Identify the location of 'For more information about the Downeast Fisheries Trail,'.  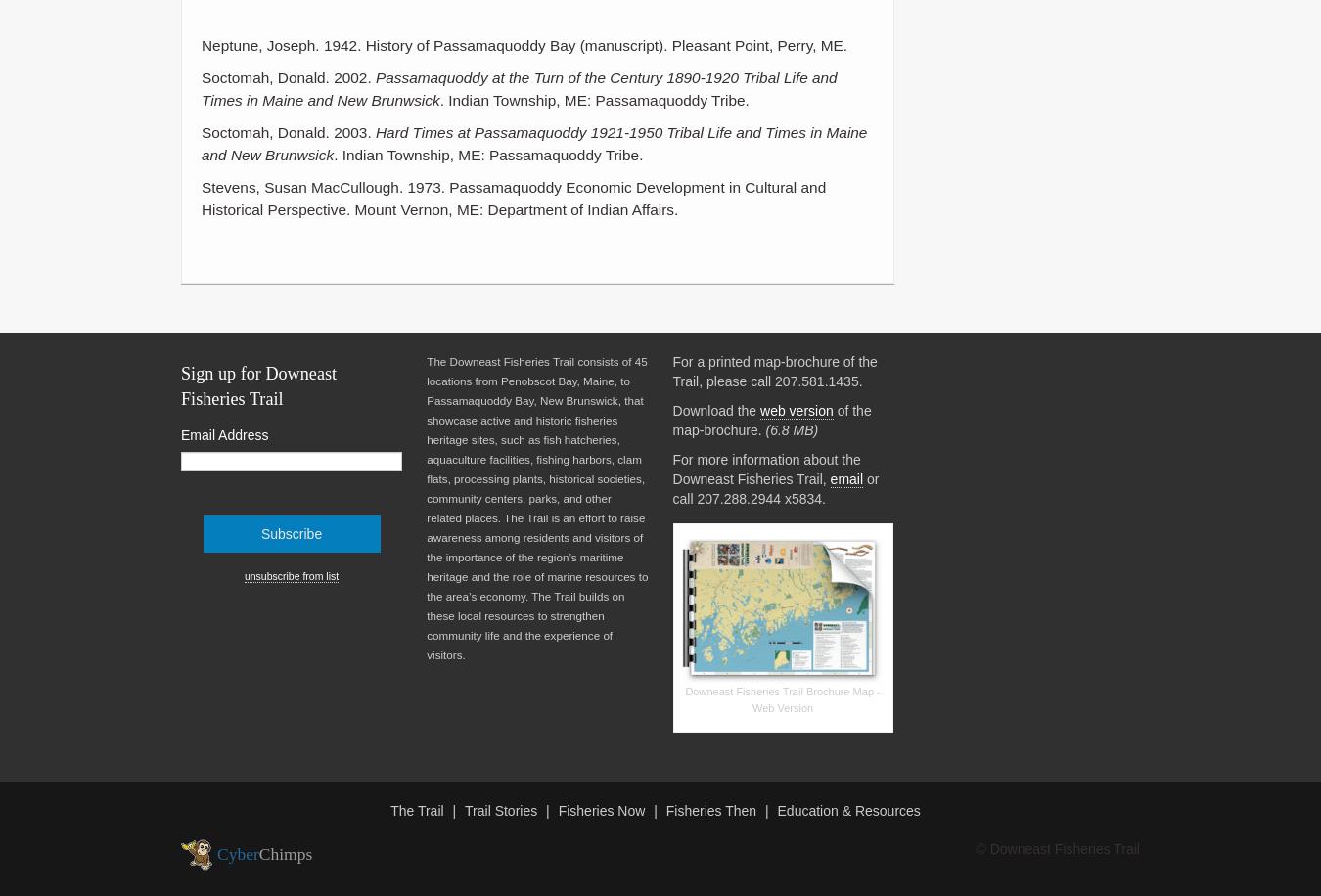
(765, 469).